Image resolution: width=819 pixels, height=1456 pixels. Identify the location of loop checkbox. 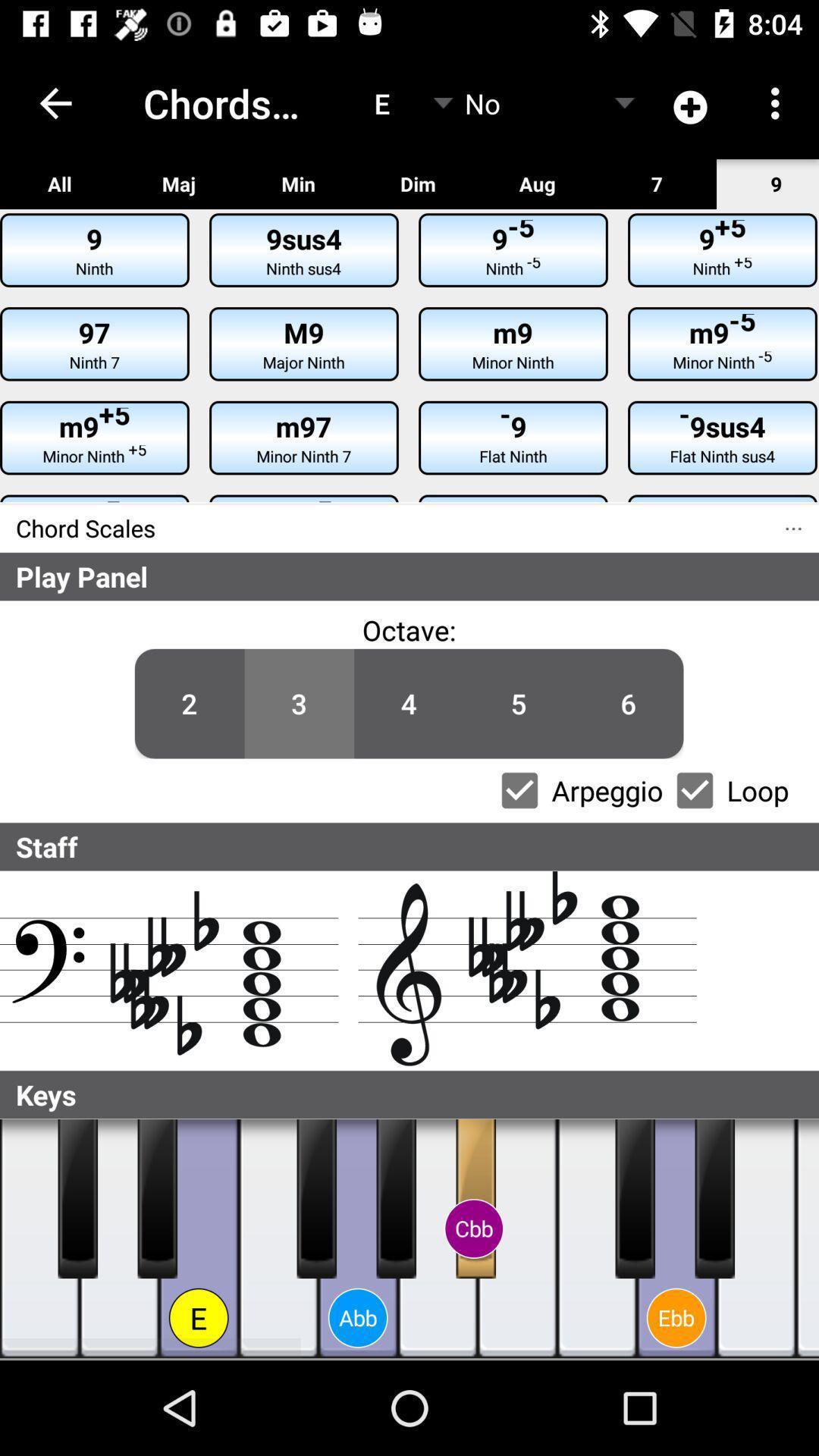
(695, 789).